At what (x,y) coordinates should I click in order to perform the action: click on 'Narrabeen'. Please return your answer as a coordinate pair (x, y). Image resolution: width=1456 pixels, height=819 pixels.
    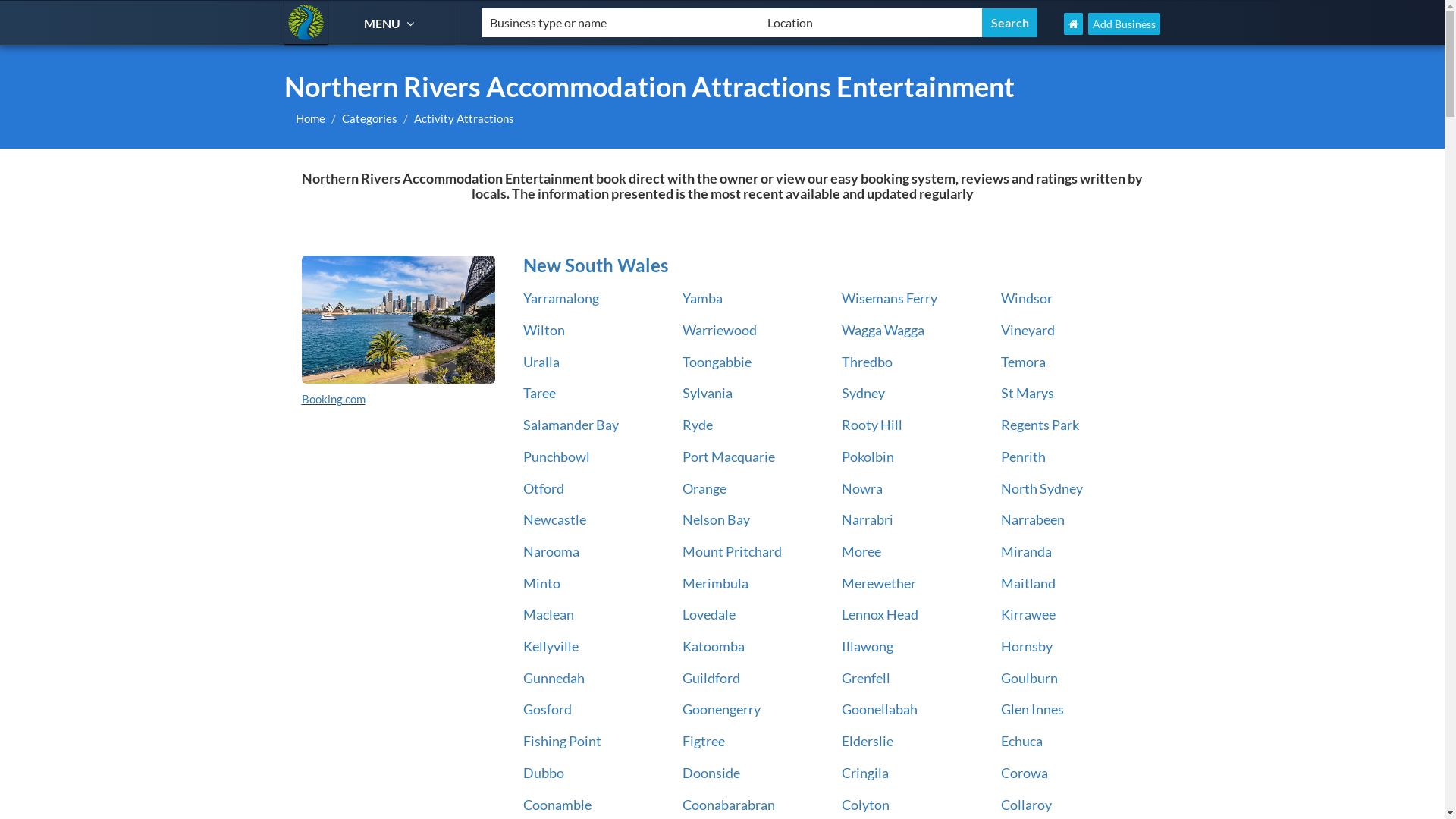
    Looking at the image, I should click on (1001, 519).